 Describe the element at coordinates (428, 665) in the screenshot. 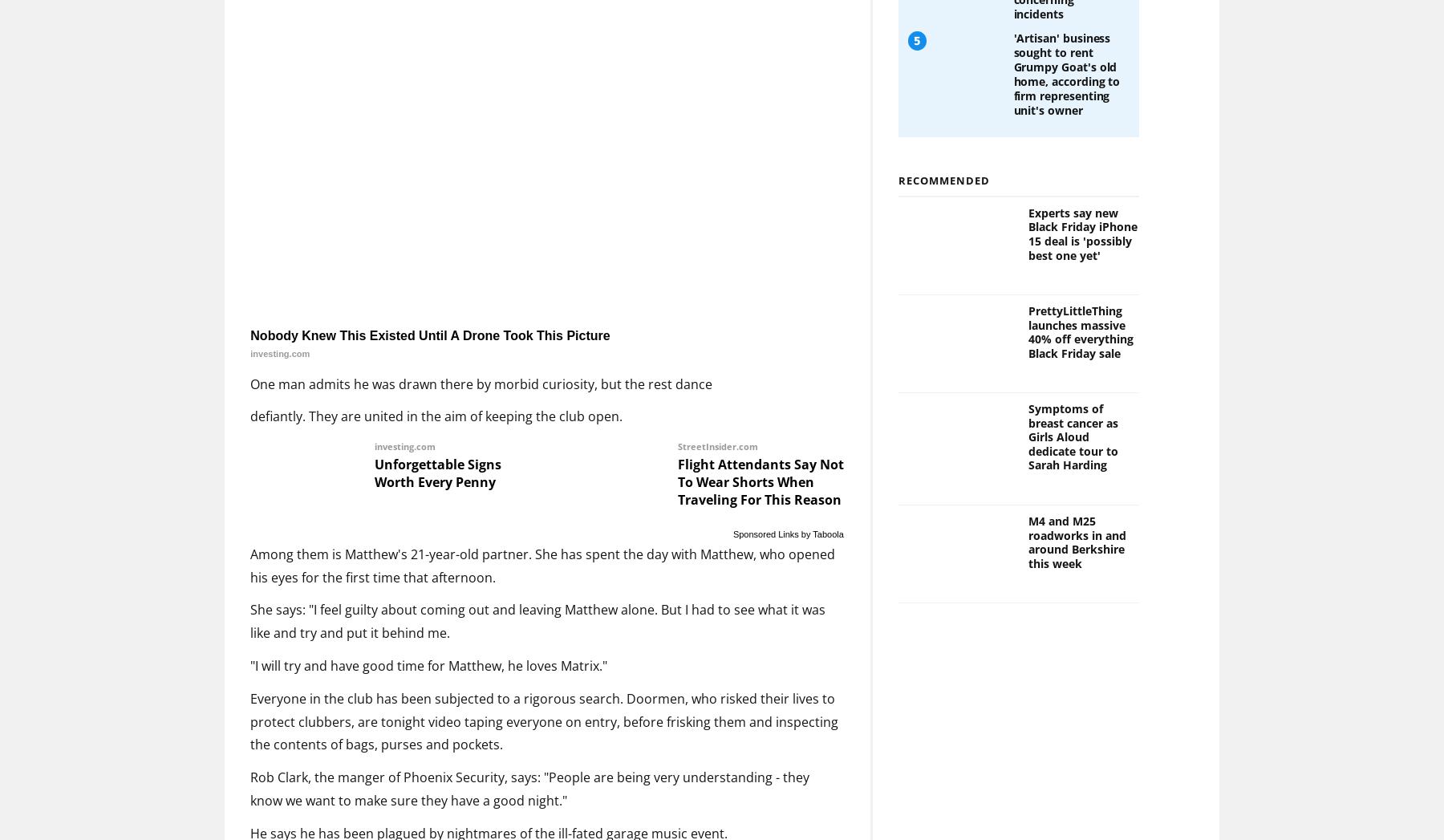

I see `'"I will try and have good time for Matthew, he loves Matrix."'` at that location.